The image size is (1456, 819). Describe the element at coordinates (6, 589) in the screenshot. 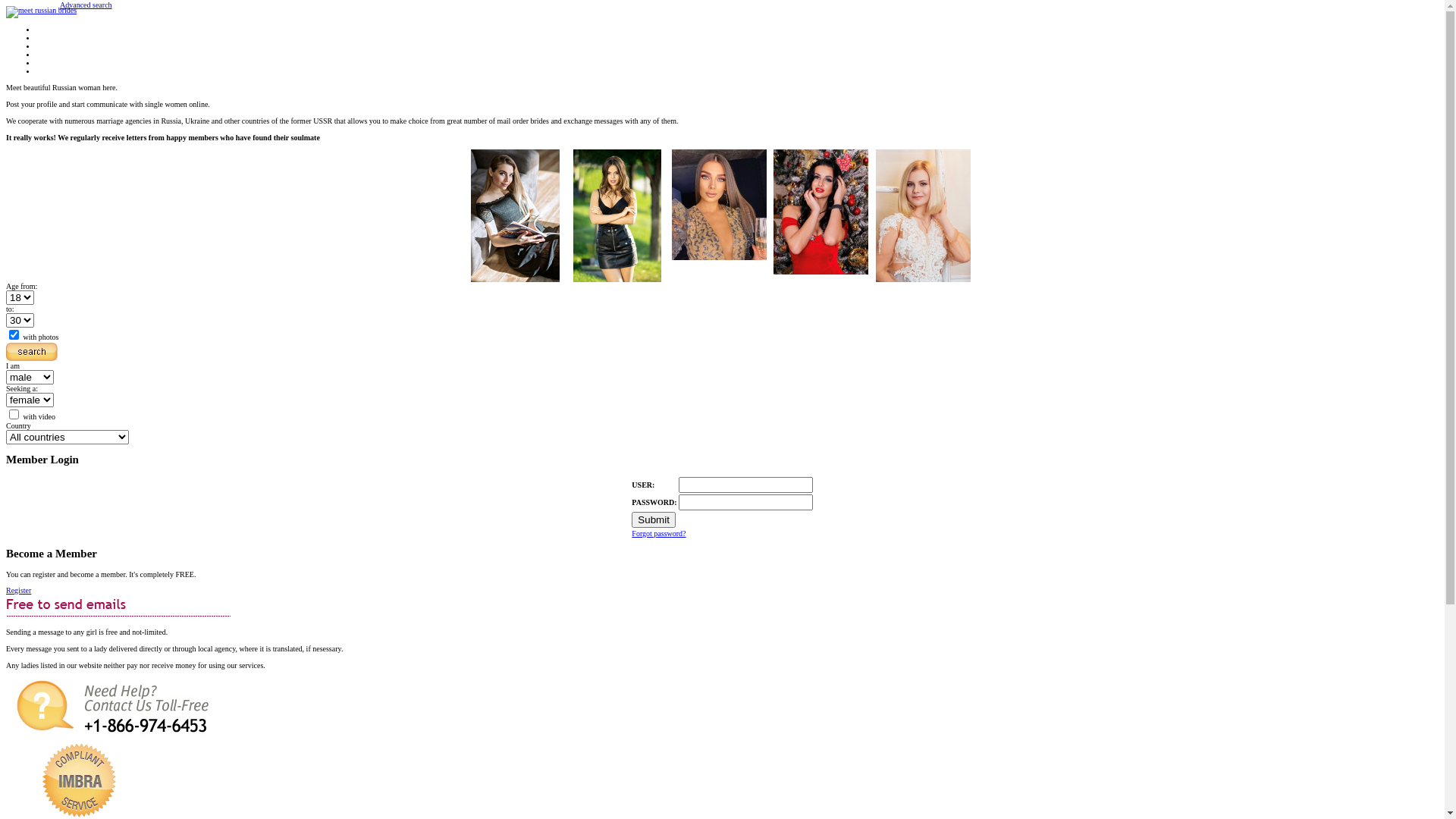

I see `'Register'` at that location.